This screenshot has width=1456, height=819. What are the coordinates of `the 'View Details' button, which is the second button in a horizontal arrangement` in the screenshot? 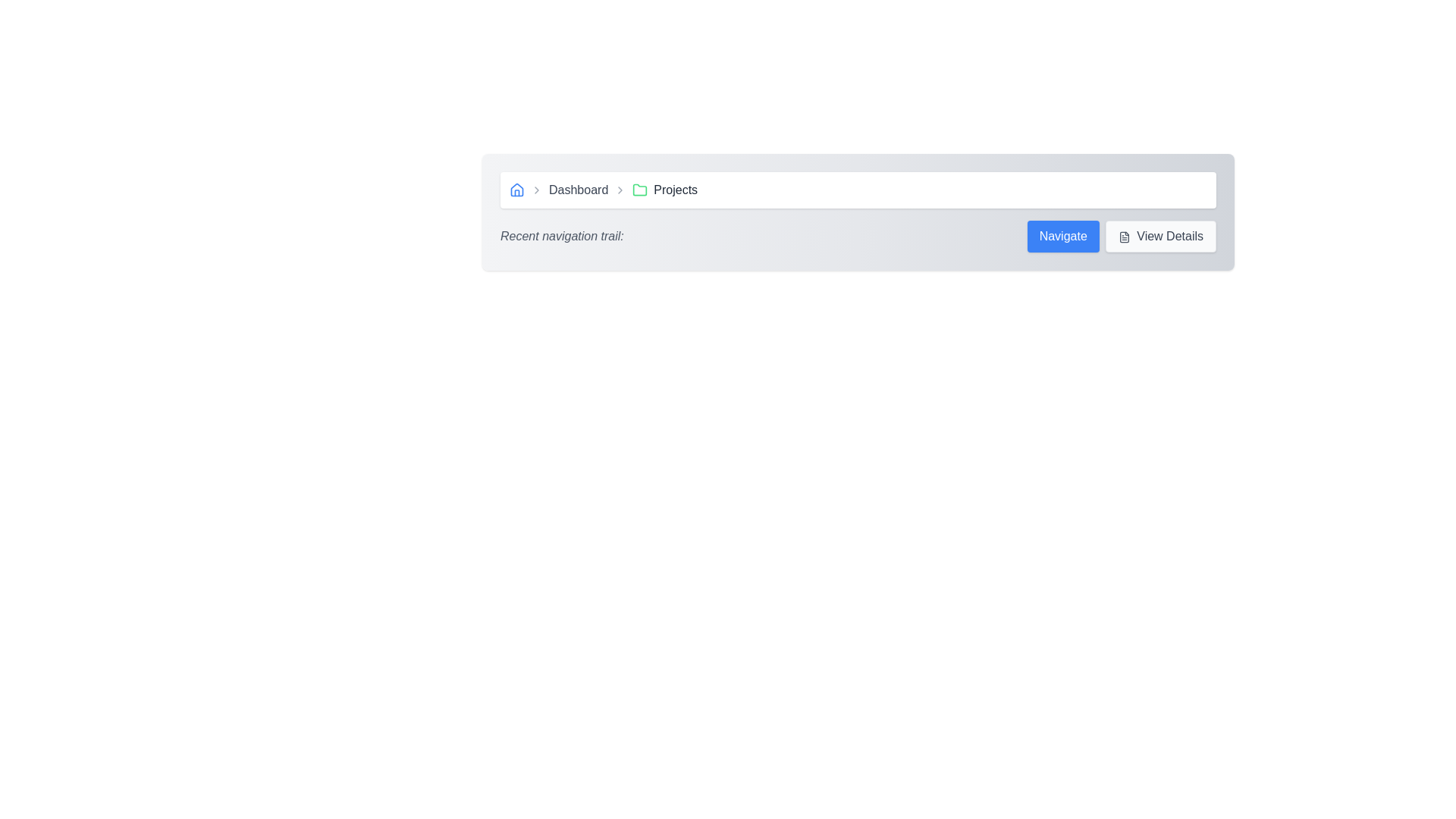 It's located at (1159, 237).